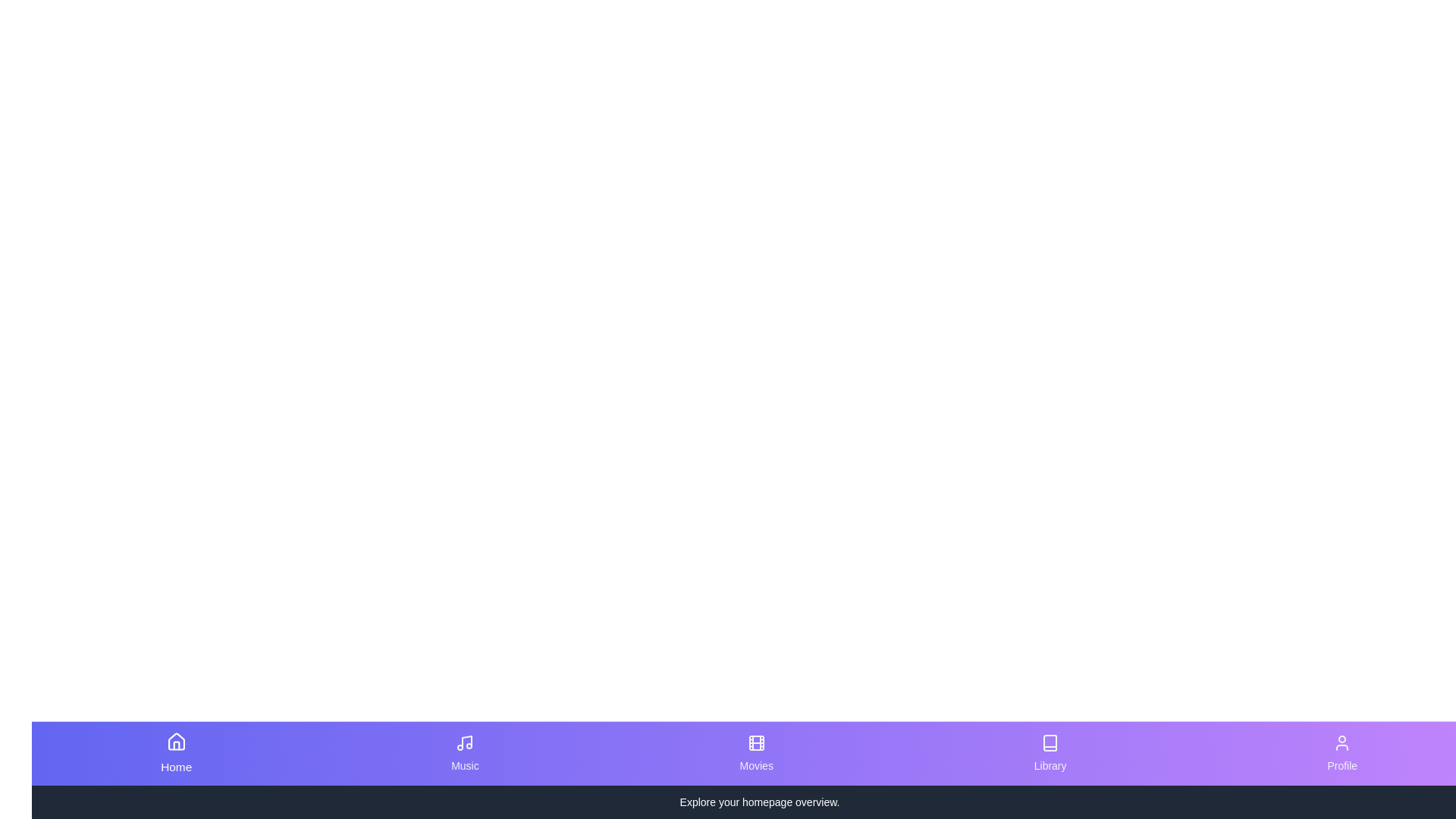  What do you see at coordinates (464, 754) in the screenshot?
I see `the tab labeled Music to see the hover effect` at bounding box center [464, 754].